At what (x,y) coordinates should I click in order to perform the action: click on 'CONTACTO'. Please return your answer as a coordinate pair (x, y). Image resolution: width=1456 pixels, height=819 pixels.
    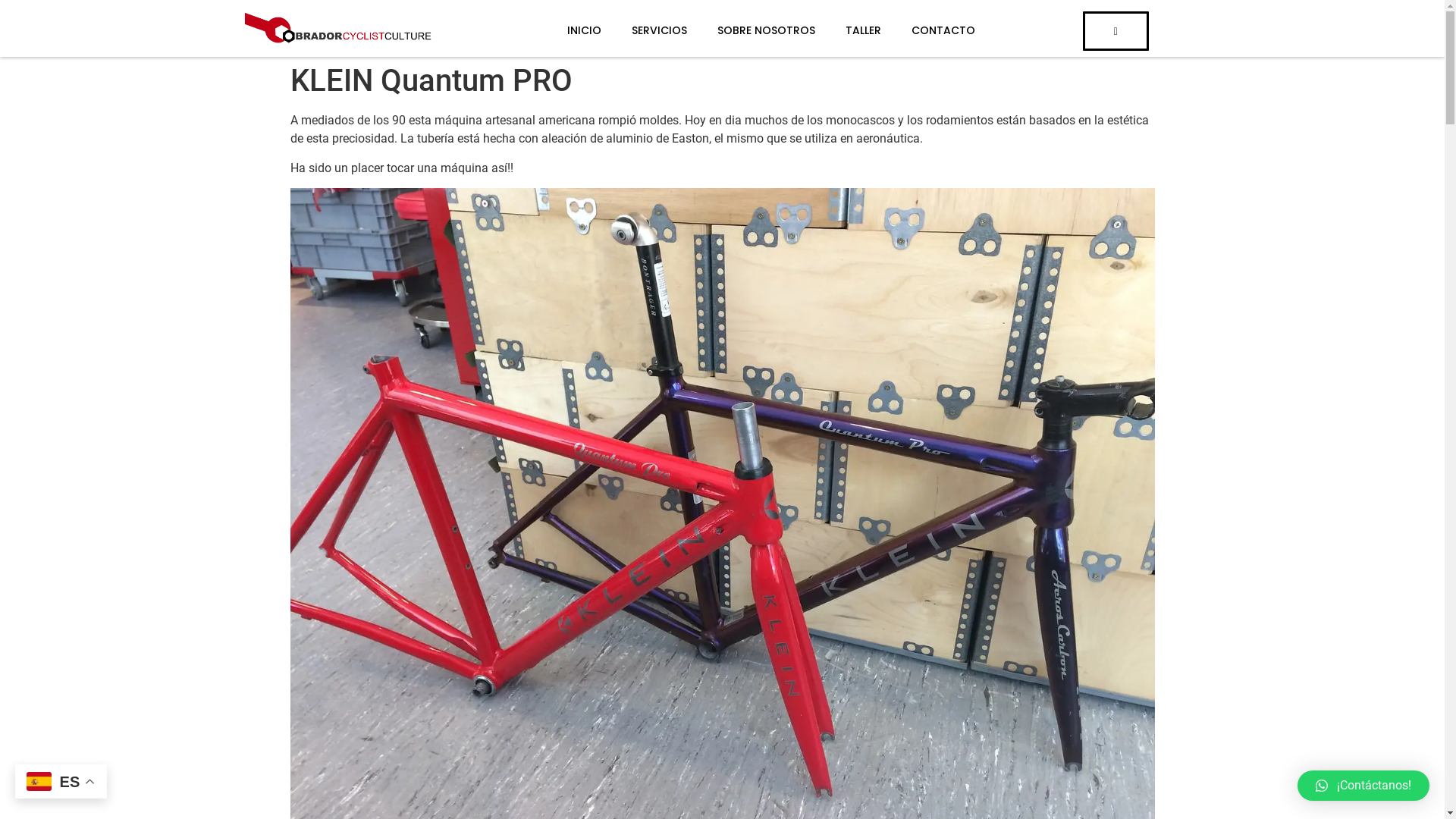
    Looking at the image, I should click on (927, 30).